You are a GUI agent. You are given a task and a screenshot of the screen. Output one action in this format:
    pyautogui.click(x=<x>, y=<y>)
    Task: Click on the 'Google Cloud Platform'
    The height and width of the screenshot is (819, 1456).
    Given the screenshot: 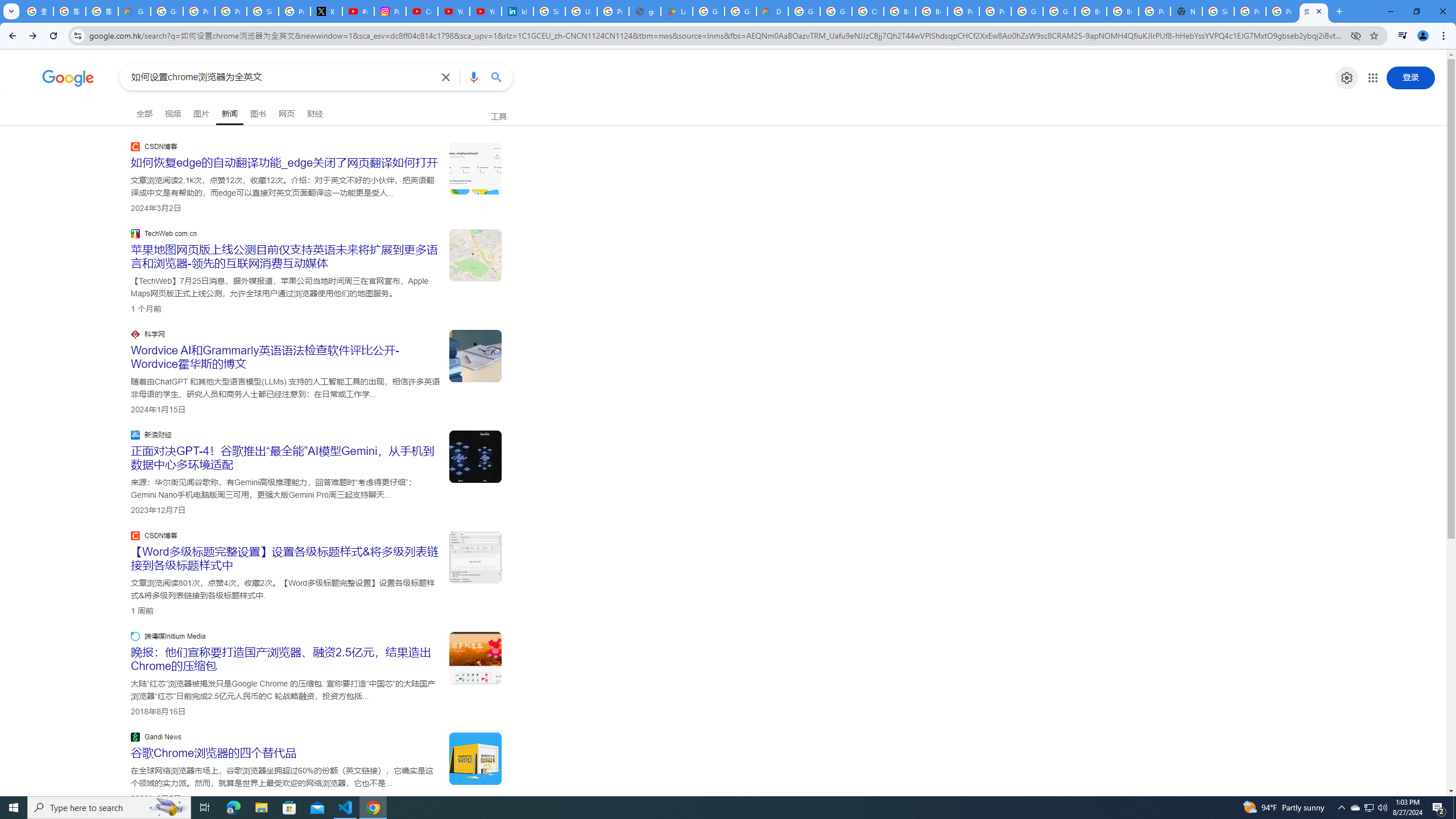 What is the action you would take?
    pyautogui.click(x=1059, y=11)
    